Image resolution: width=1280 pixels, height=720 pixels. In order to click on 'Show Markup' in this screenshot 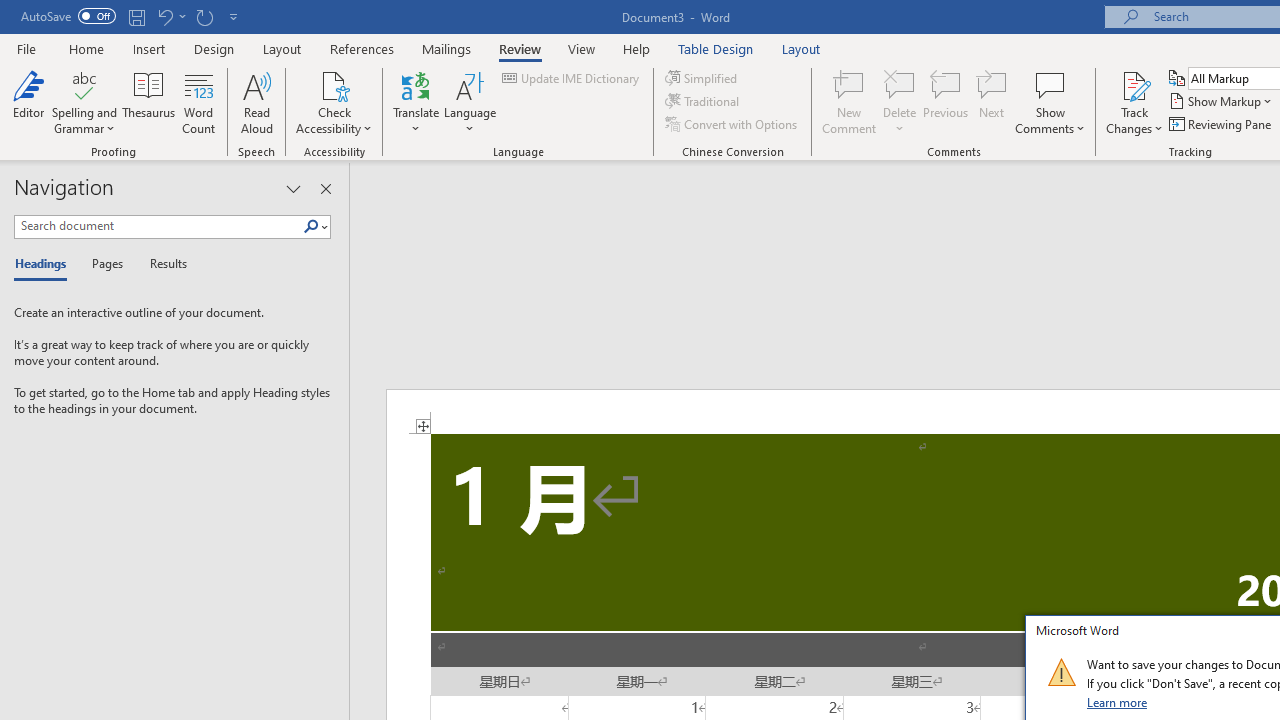, I will do `click(1221, 101)`.